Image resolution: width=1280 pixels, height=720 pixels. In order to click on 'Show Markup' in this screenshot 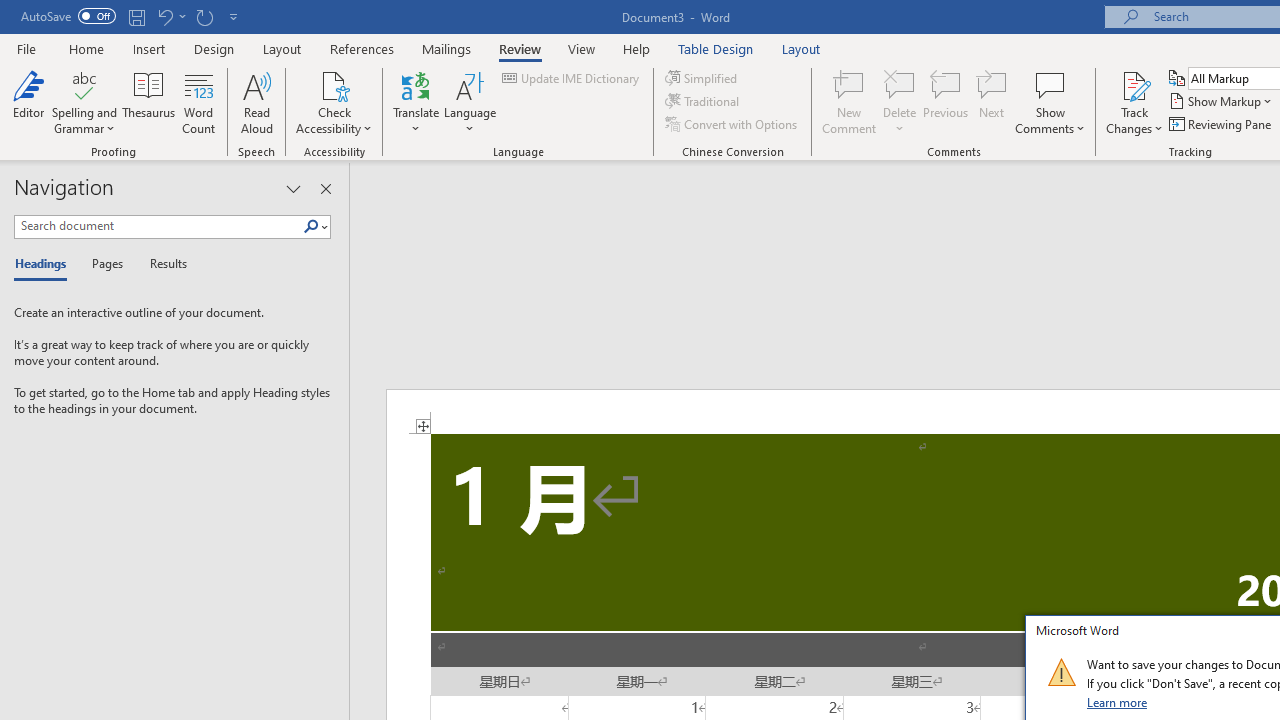, I will do `click(1221, 101)`.